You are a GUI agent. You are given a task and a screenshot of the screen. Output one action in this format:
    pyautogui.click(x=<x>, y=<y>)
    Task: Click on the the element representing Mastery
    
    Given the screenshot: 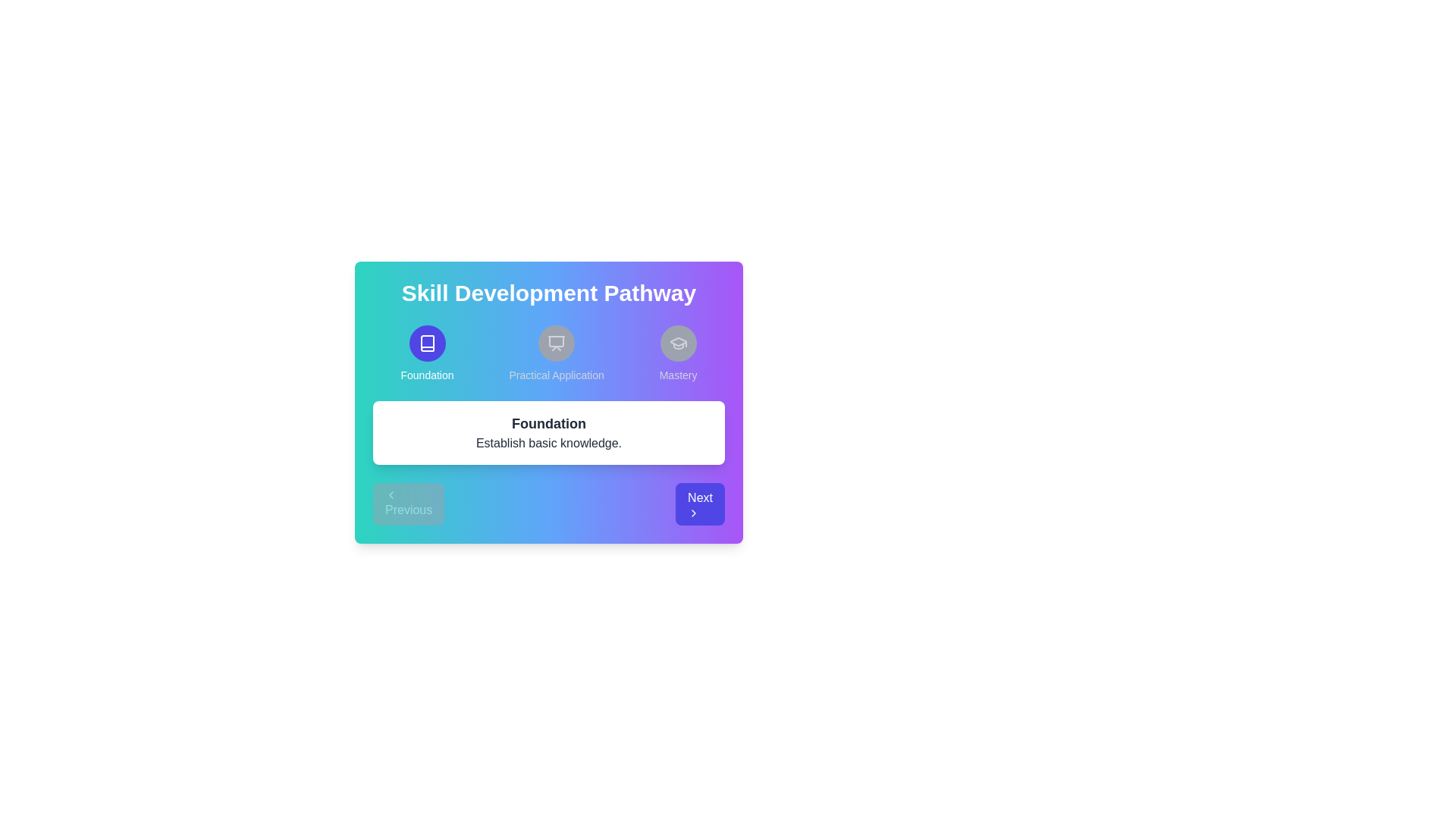 What is the action you would take?
    pyautogui.click(x=677, y=353)
    